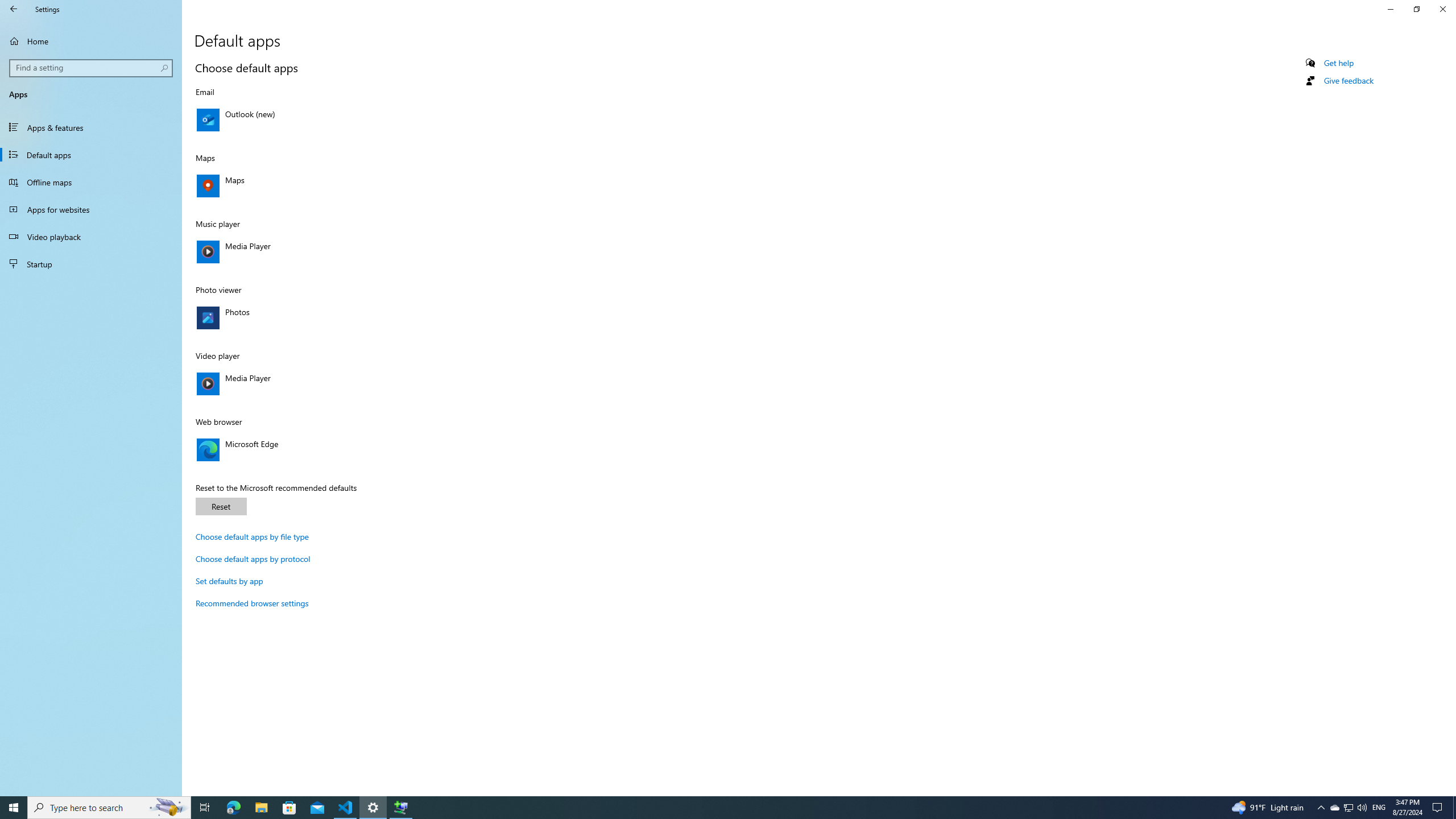 This screenshot has height=819, width=1456. What do you see at coordinates (90, 41) in the screenshot?
I see `'Home'` at bounding box center [90, 41].